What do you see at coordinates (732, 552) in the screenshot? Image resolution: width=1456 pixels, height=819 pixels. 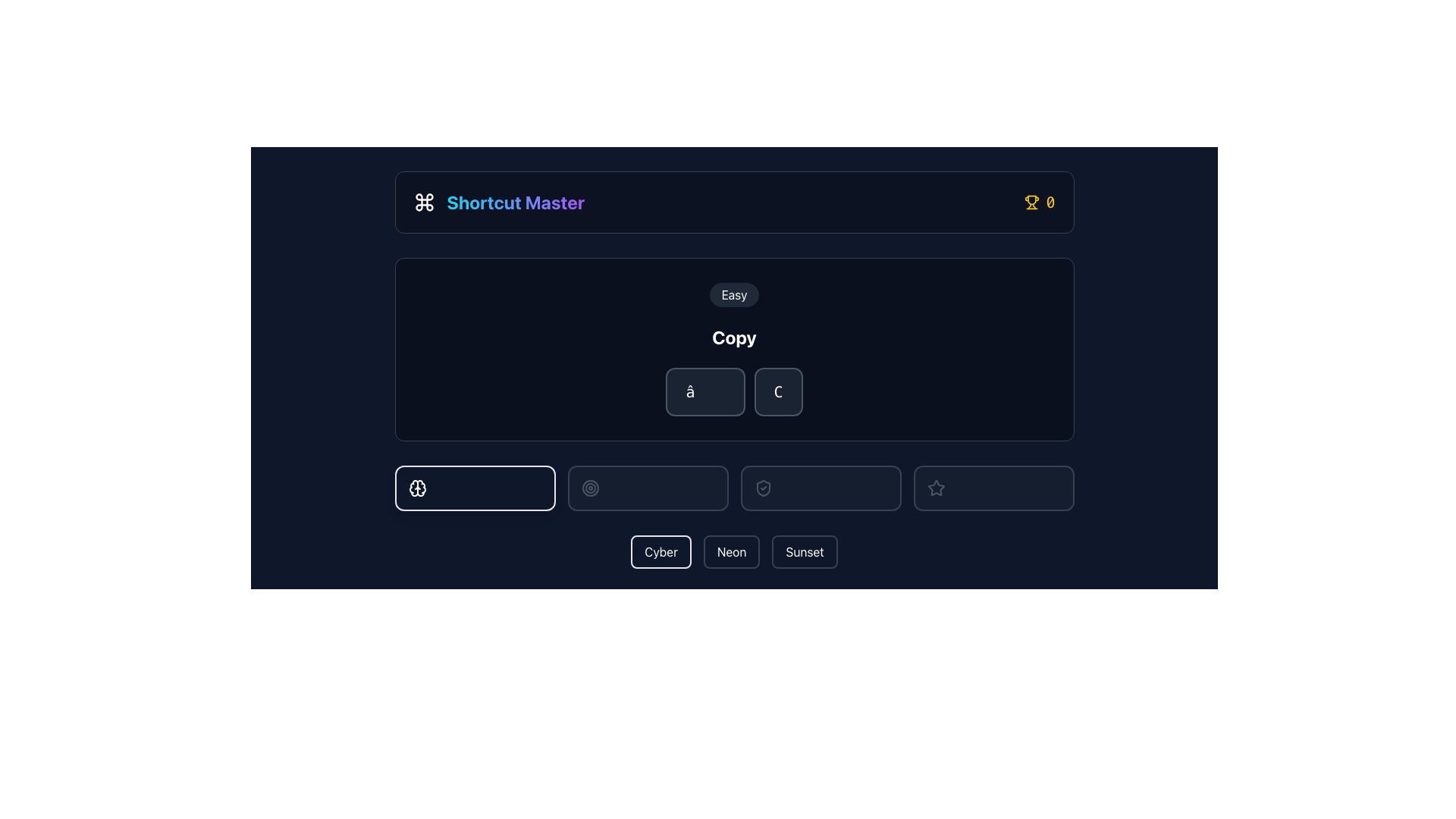 I see `the 'Neon' button, the second button in a group of three labeled 'Cyber', 'Neon', and 'Sunset'` at bounding box center [732, 552].